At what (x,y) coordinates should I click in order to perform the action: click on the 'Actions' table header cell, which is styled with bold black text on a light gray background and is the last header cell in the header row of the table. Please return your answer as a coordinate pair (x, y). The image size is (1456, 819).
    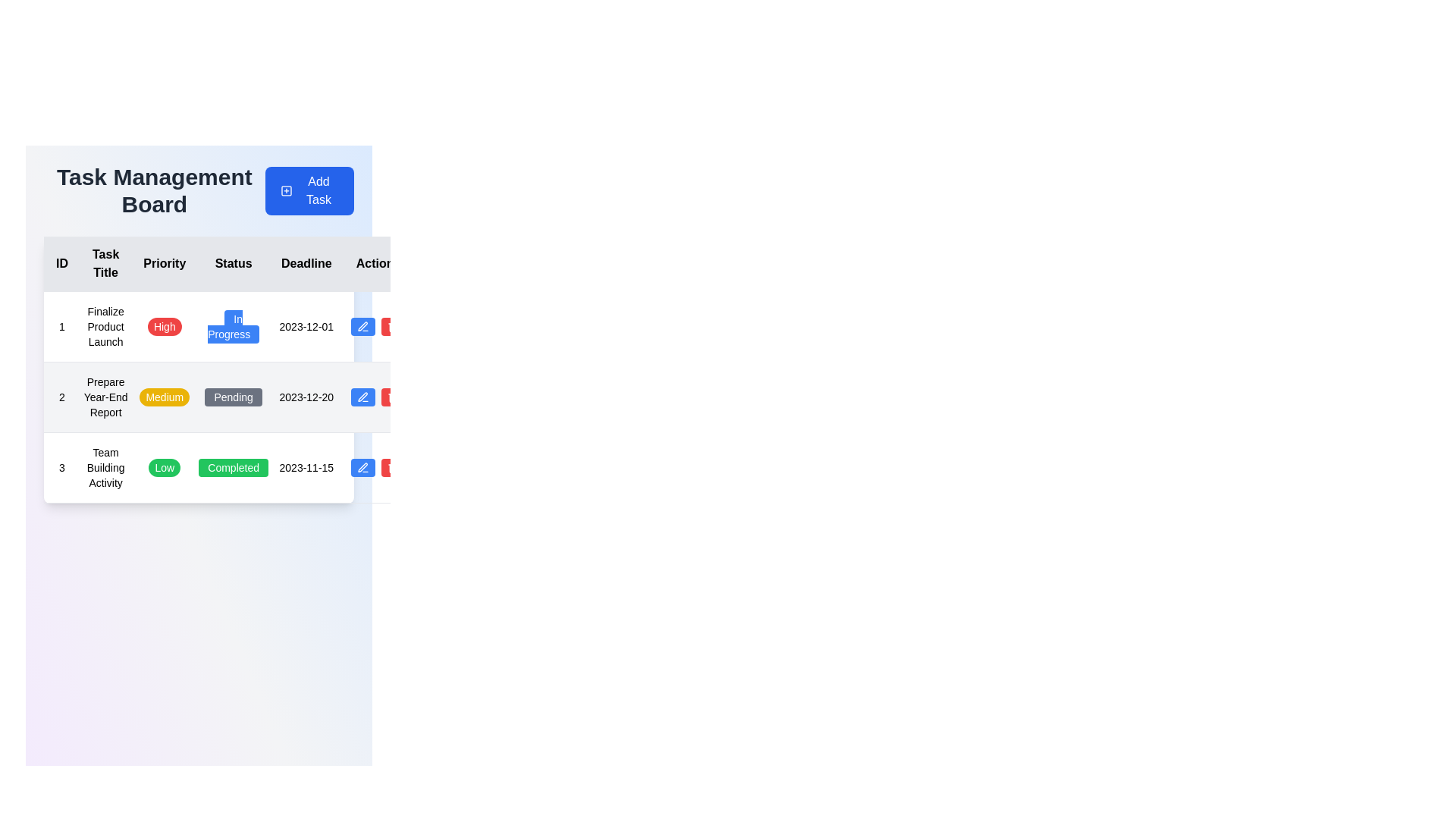
    Looking at the image, I should click on (378, 263).